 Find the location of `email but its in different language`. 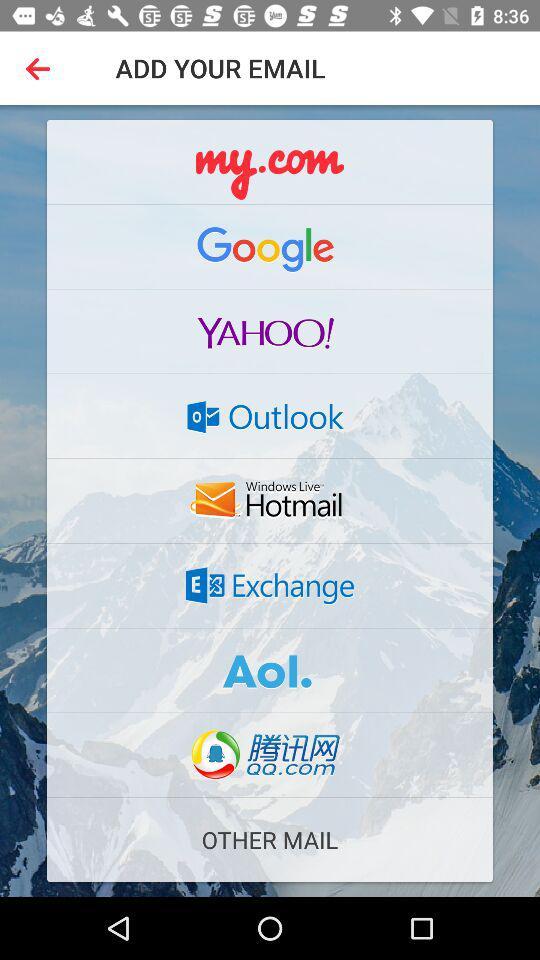

email but its in different language is located at coordinates (270, 754).